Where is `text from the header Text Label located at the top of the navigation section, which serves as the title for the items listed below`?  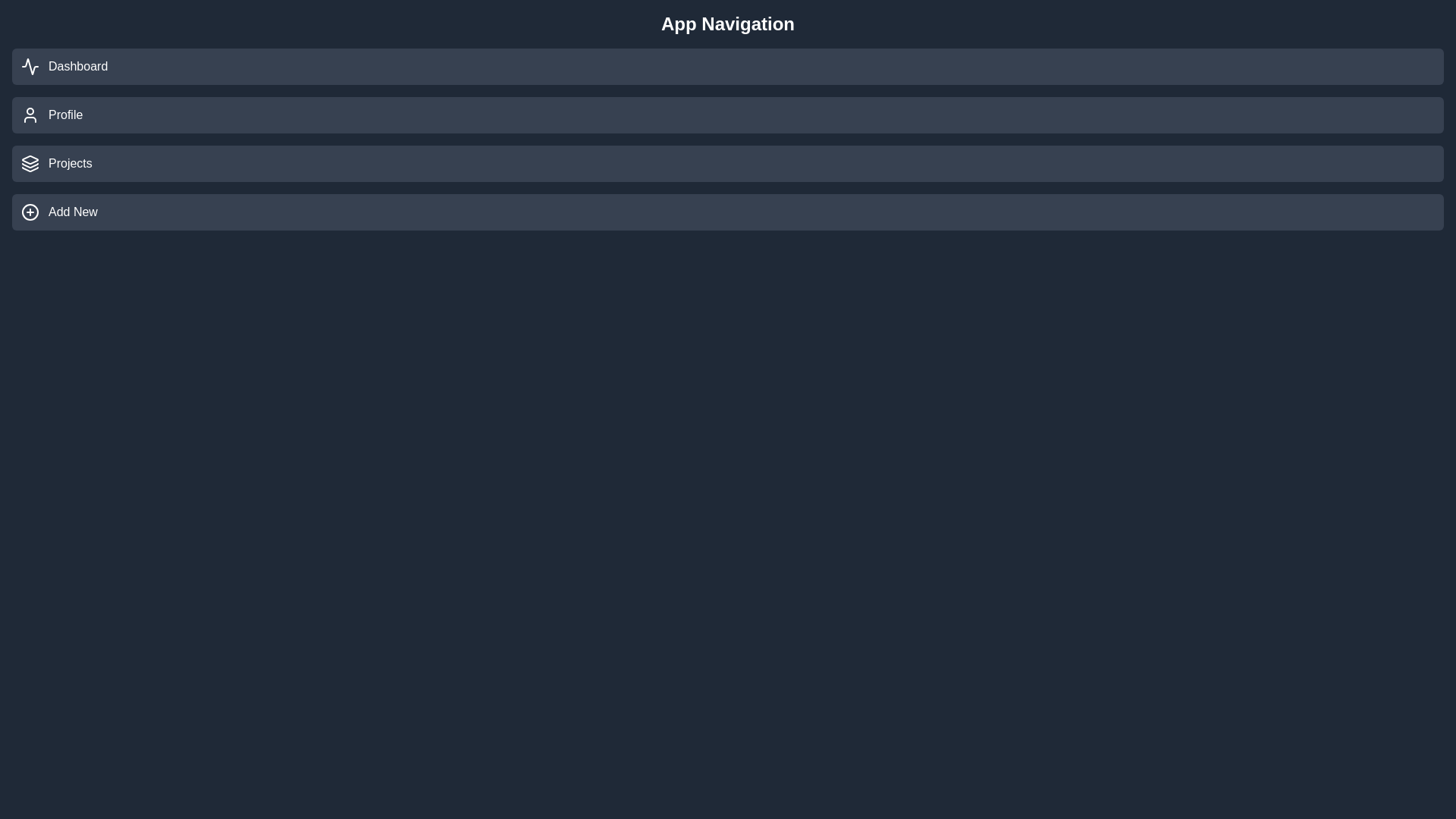
text from the header Text Label located at the top of the navigation section, which serves as the title for the items listed below is located at coordinates (728, 24).